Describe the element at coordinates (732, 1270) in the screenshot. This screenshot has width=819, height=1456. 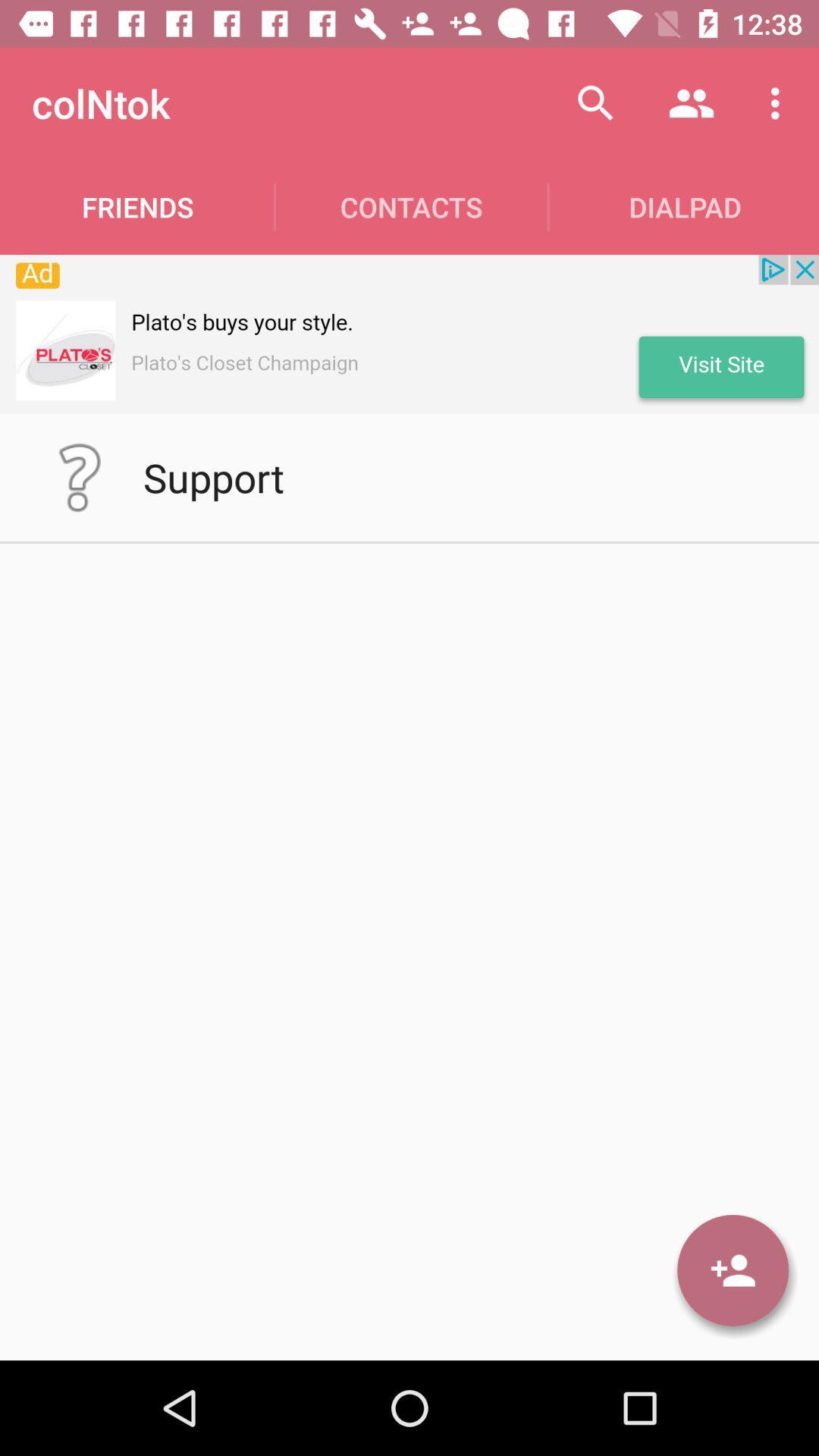
I see `a new contact` at that location.